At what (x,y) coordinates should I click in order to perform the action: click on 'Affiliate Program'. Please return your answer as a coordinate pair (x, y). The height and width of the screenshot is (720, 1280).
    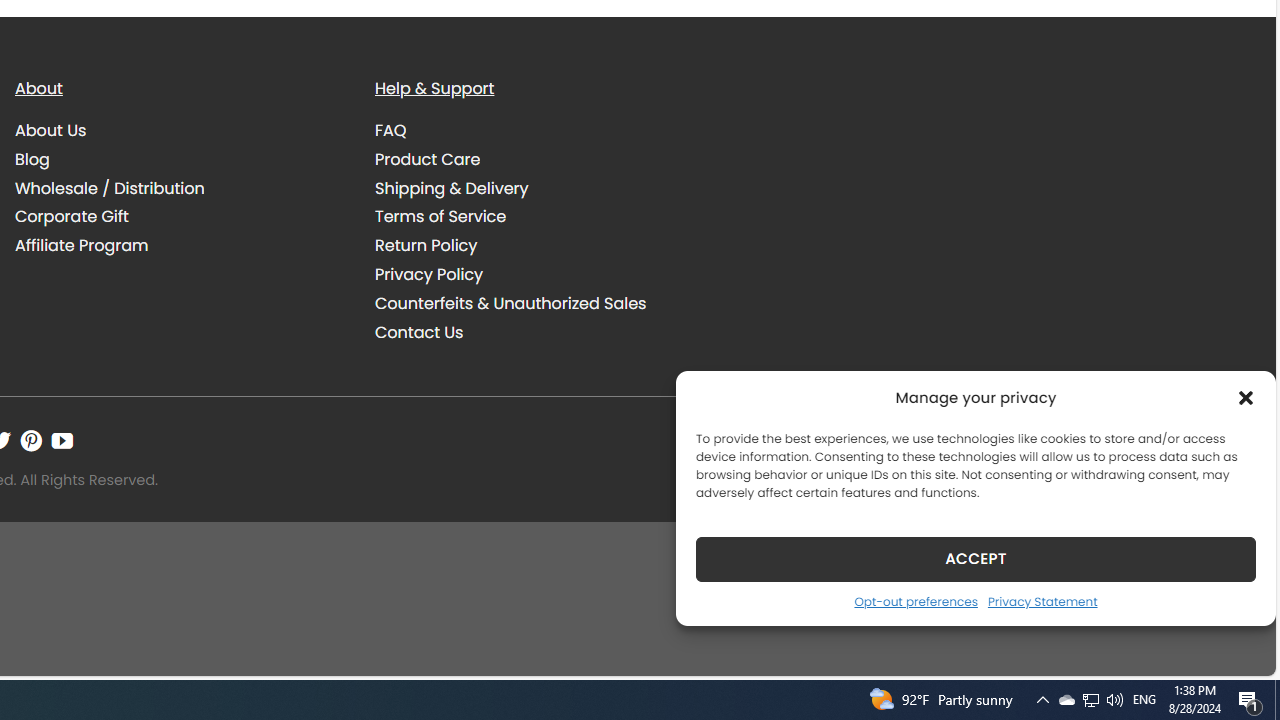
    Looking at the image, I should click on (180, 245).